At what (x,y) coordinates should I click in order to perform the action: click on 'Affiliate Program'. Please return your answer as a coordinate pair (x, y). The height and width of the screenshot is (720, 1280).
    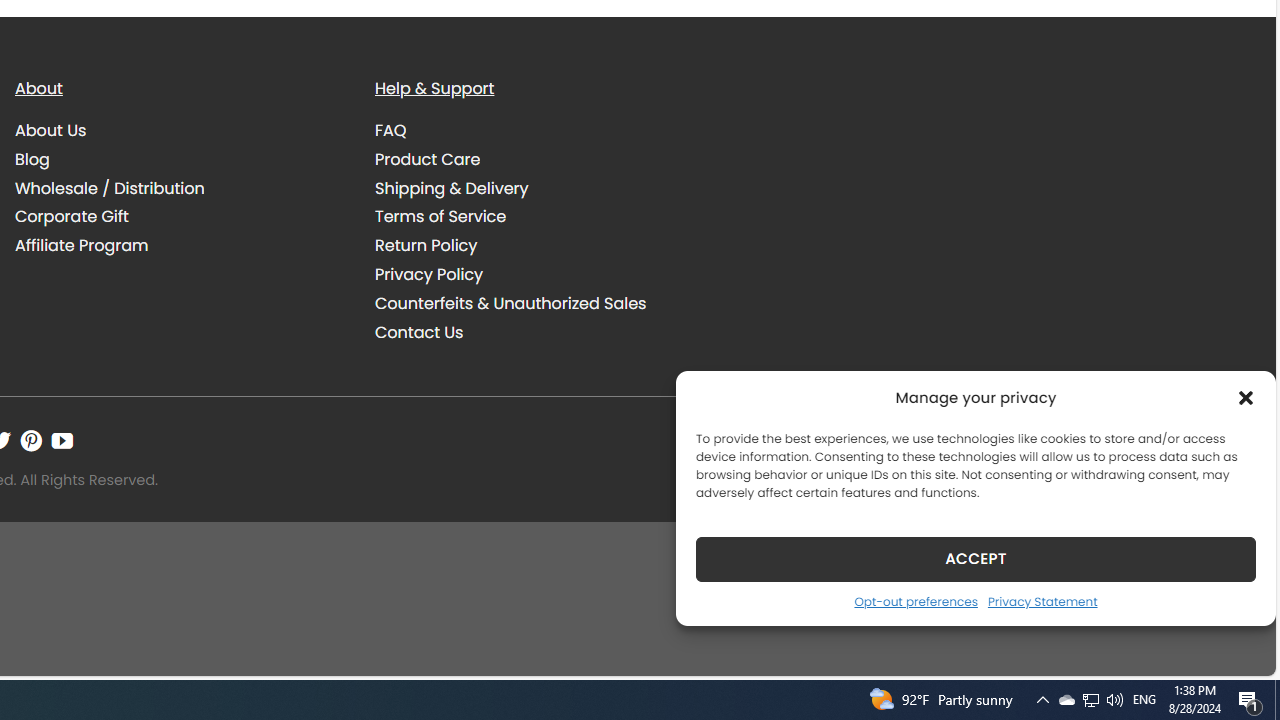
    Looking at the image, I should click on (180, 245).